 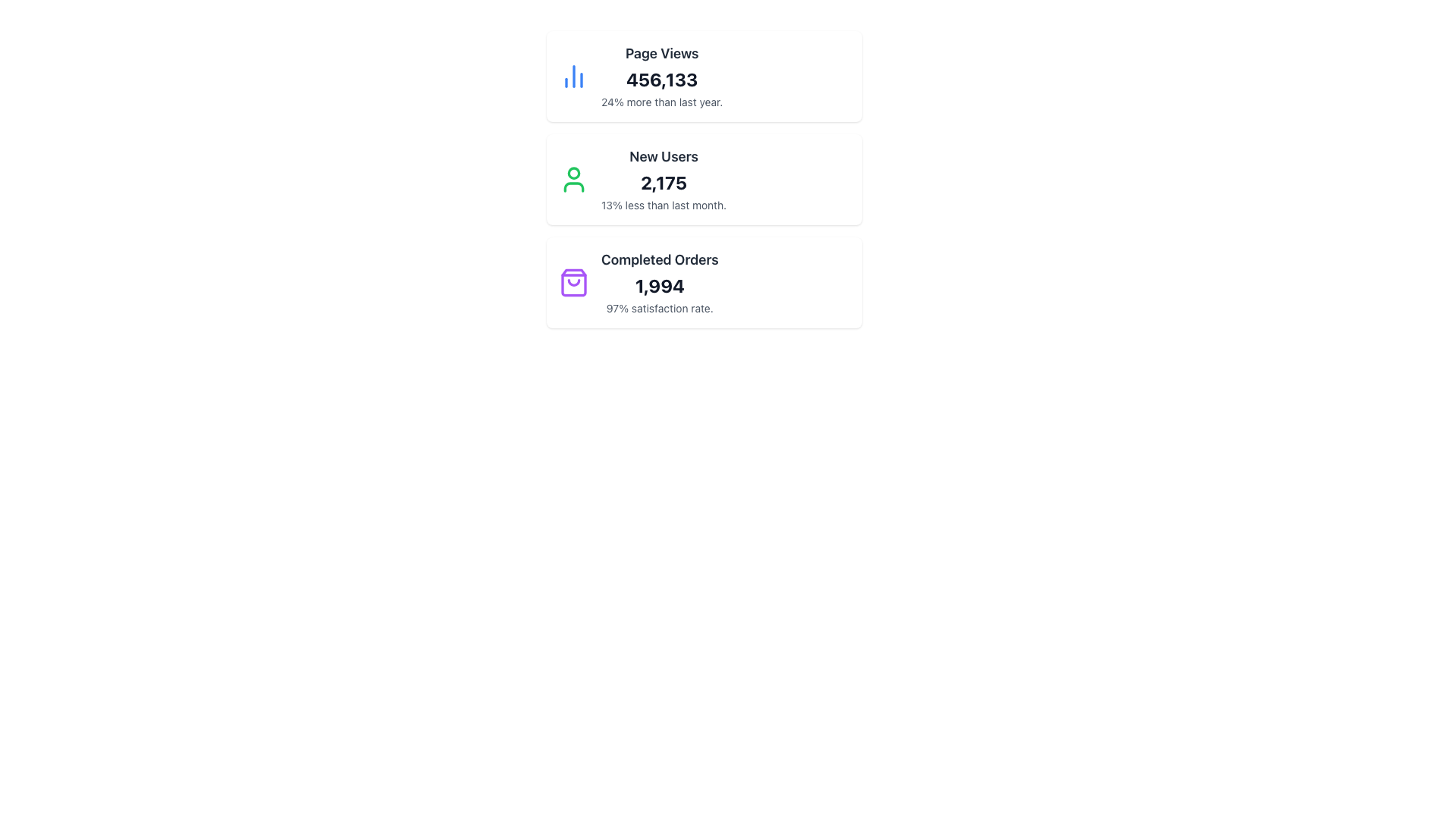 I want to click on the textual element displaying '97% satisfaction rate.' located below the bold '1,994' in the 'Completed Orders' section, so click(x=660, y=308).